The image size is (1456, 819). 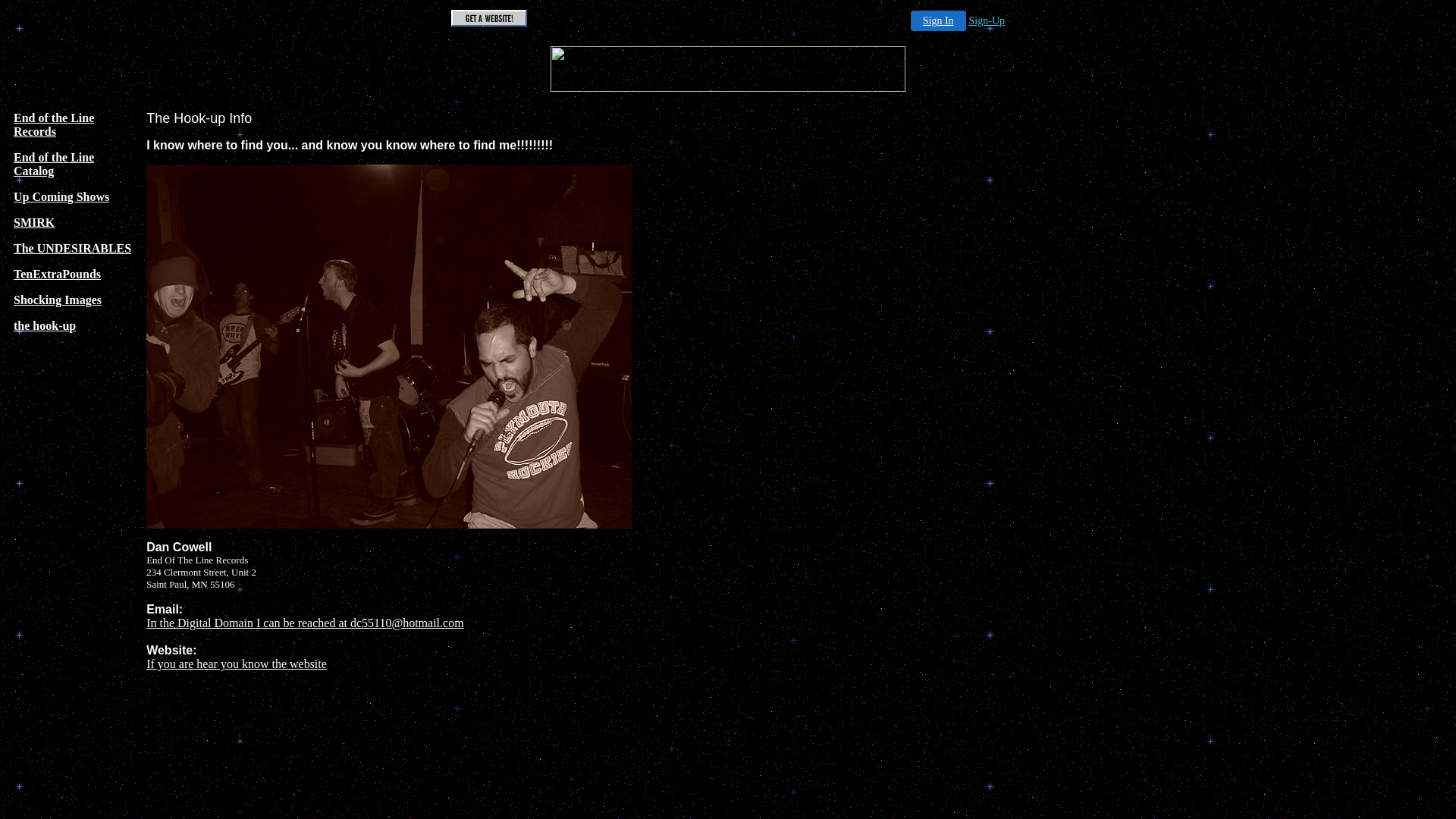 I want to click on 'SMIRK', so click(x=14, y=222).